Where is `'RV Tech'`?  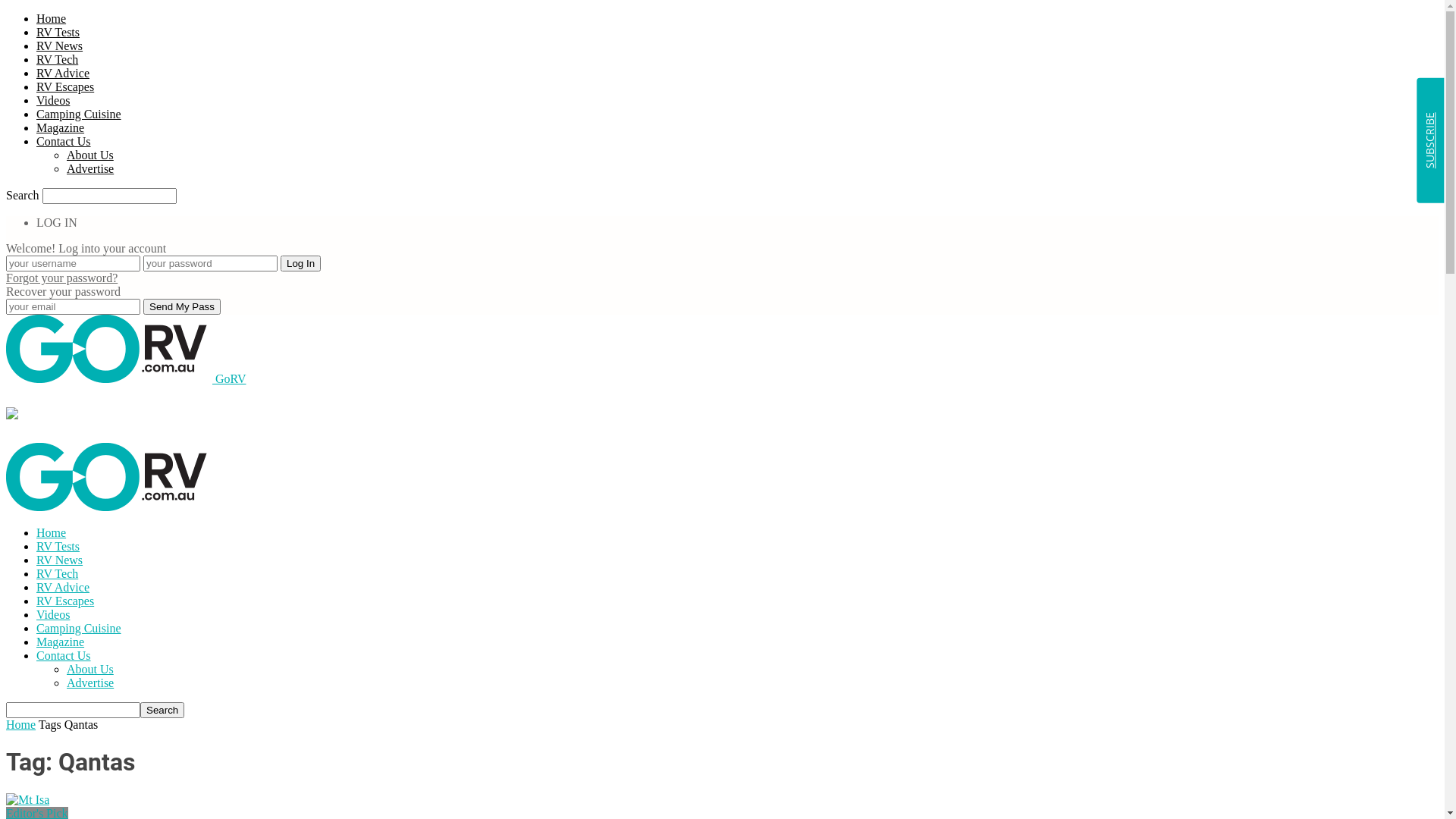 'RV Tech' is located at coordinates (57, 58).